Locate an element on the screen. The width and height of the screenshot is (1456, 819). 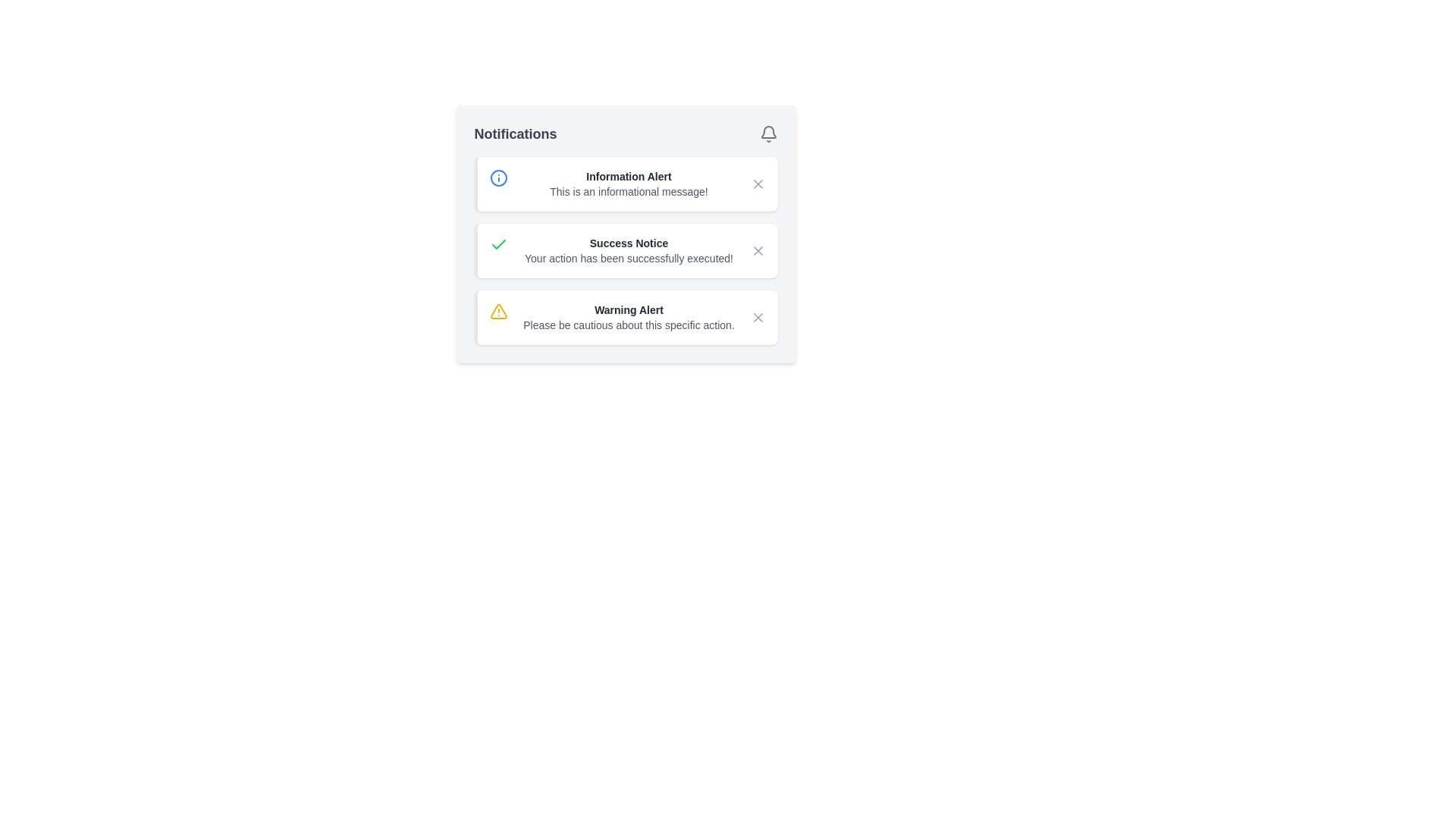
the Notification Card that indicates a successful action completion, located in the middle of the notification list, specifically the second card between an information alert and a warning alert is located at coordinates (626, 250).